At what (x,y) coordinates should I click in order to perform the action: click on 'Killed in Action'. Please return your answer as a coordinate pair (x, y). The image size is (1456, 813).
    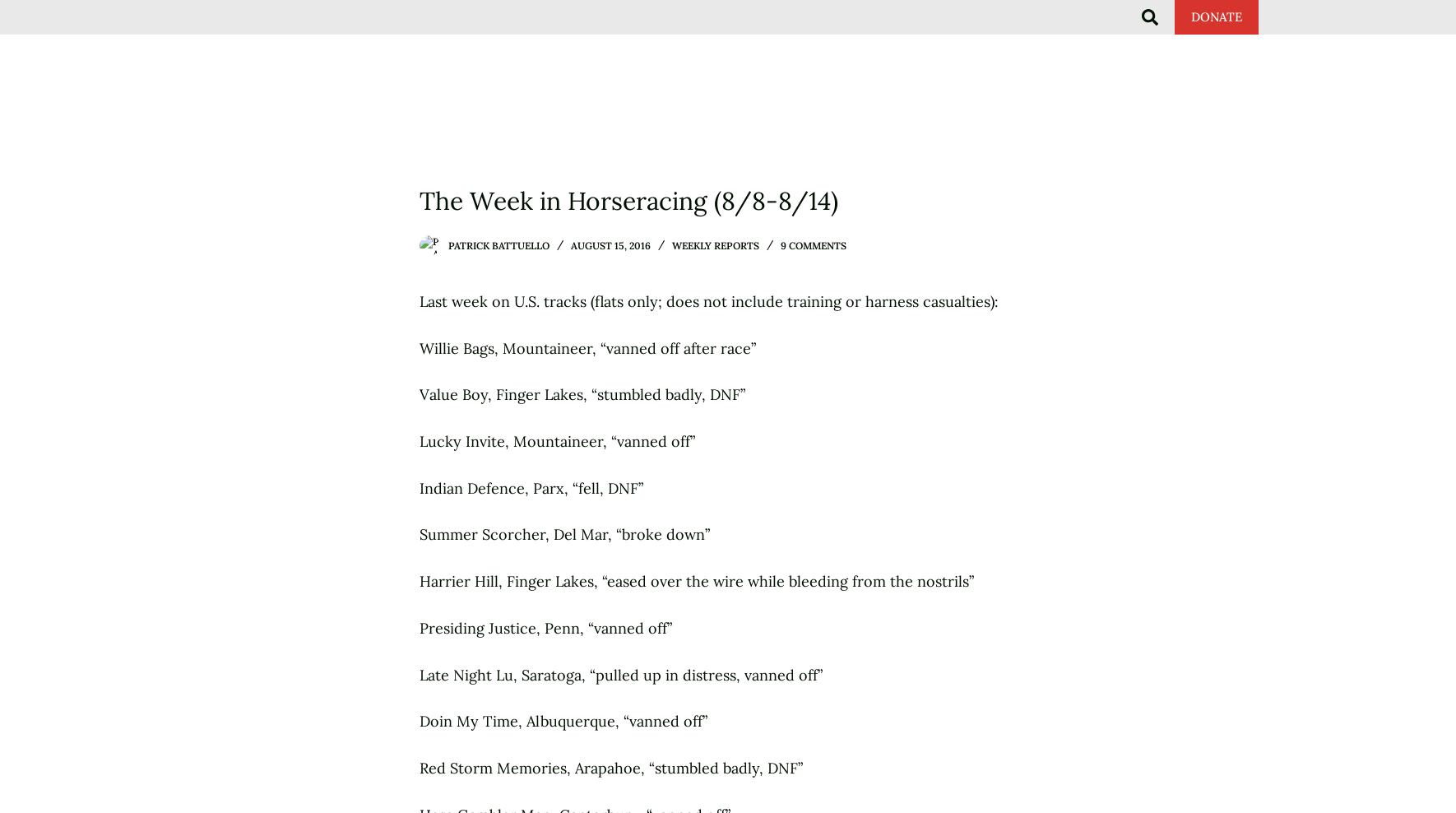
    Looking at the image, I should click on (800, 33).